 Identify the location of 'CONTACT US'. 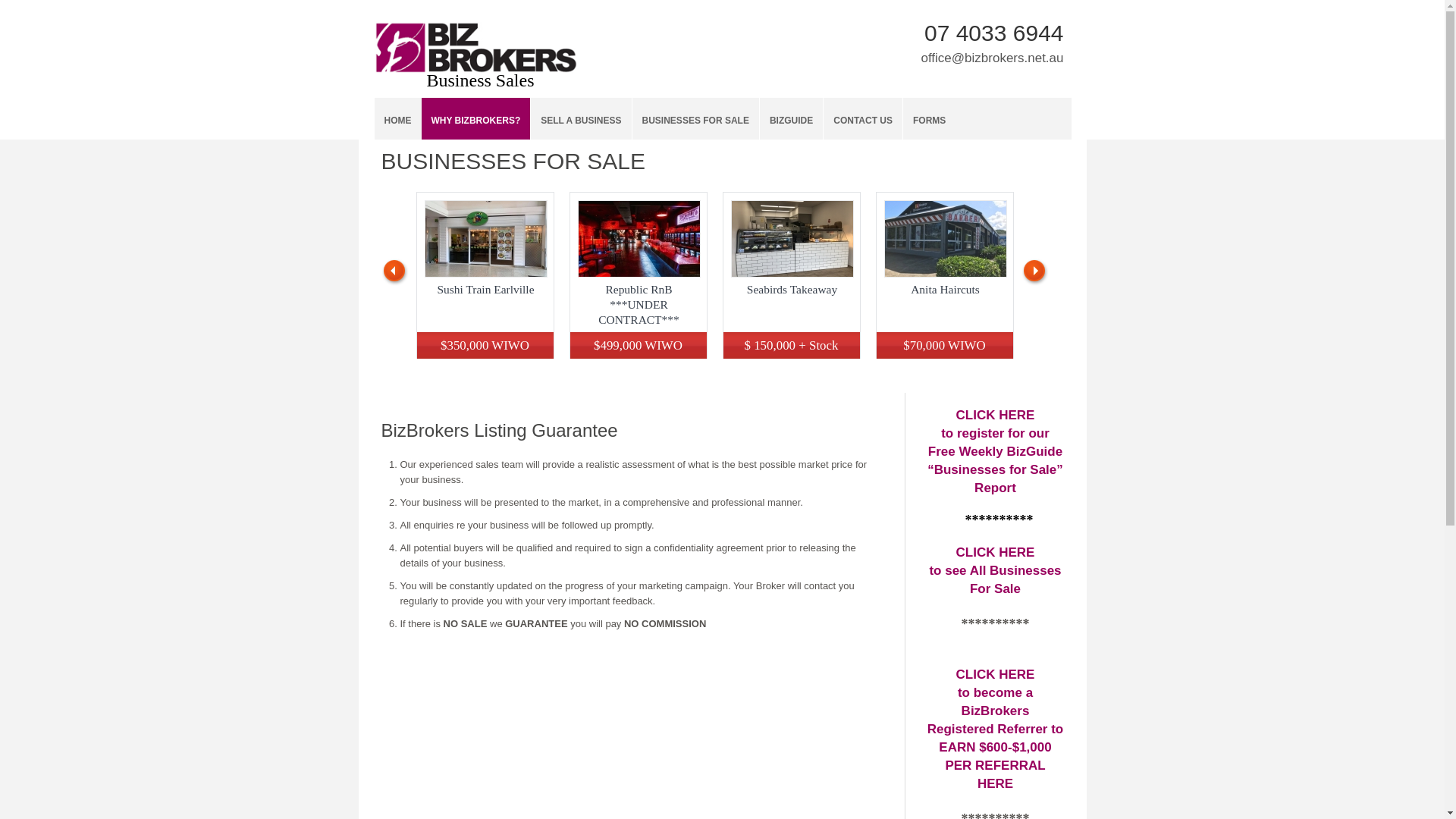
(862, 118).